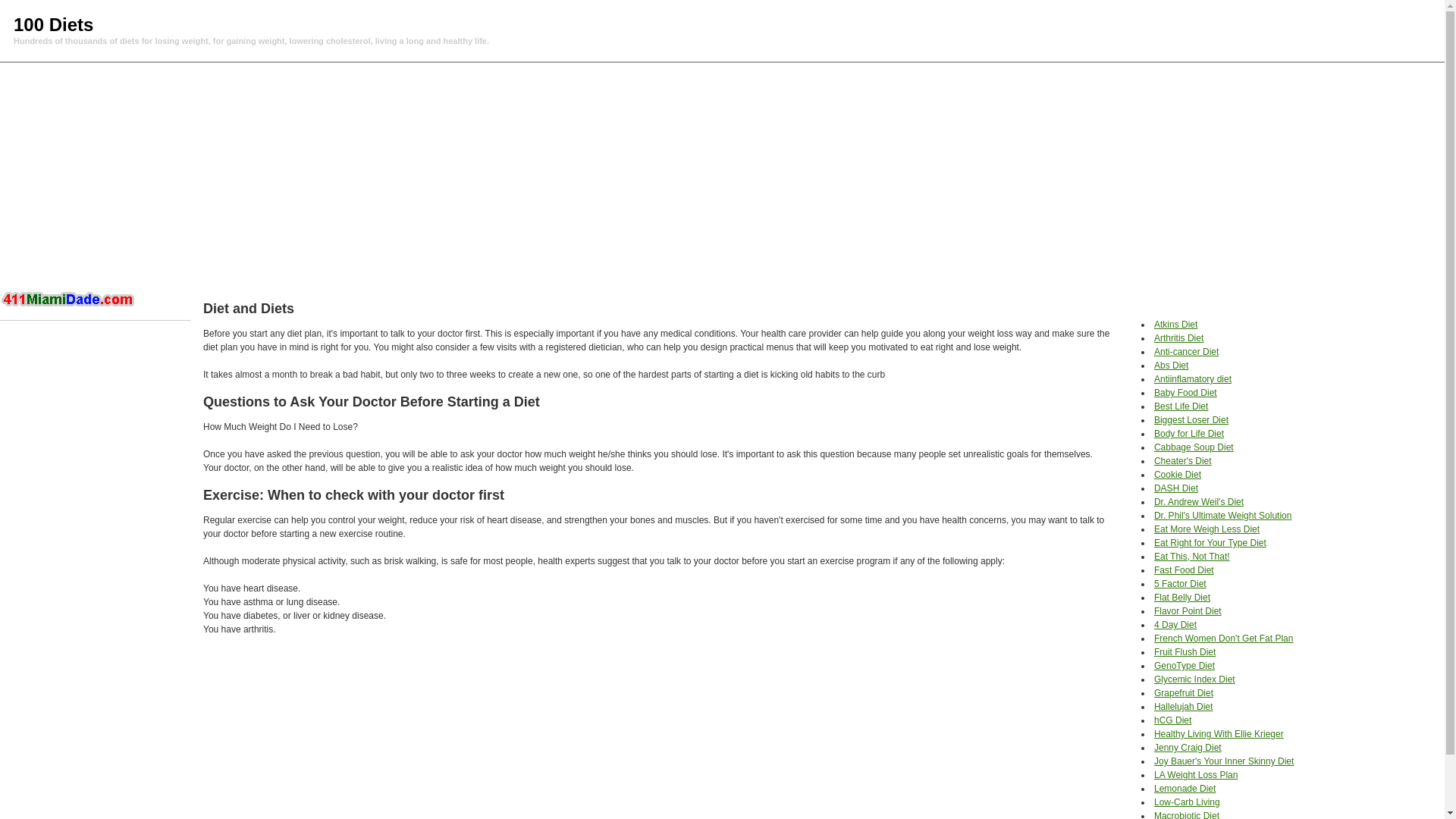 The width and height of the screenshot is (1456, 819). I want to click on 'DASH Diet', so click(1175, 488).